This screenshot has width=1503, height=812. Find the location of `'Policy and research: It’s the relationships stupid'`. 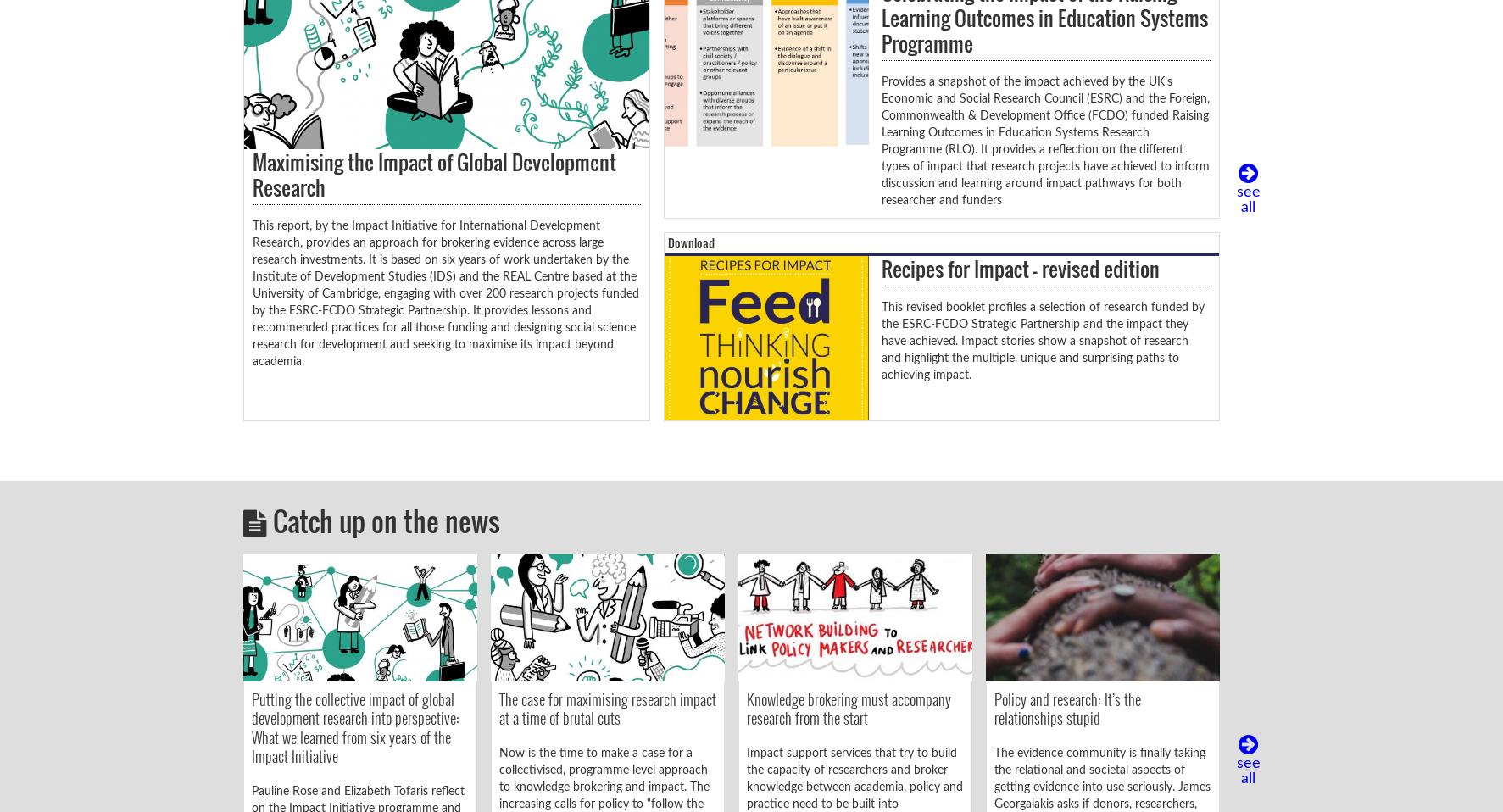

'Policy and research: It’s the relationships stupid' is located at coordinates (993, 707).